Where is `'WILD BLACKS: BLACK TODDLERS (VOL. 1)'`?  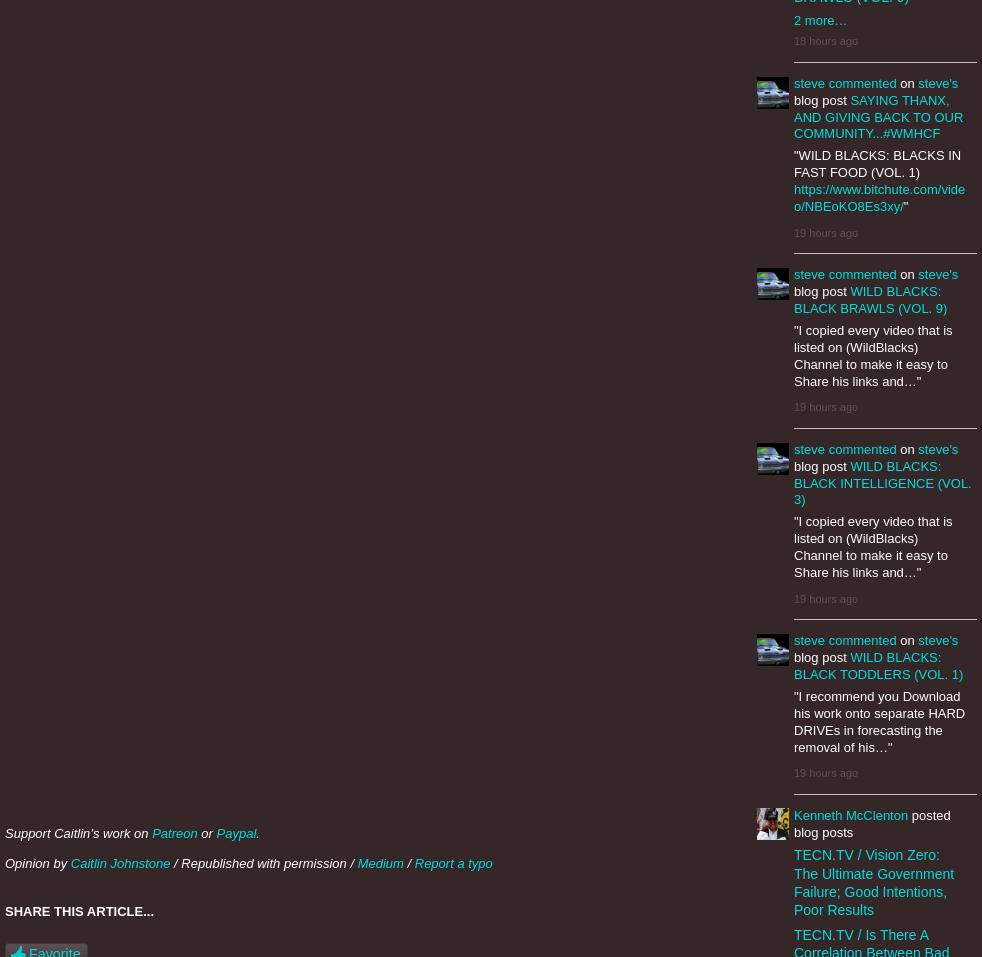
'WILD BLACKS: BLACK TODDLERS (VOL. 1)' is located at coordinates (878, 664).